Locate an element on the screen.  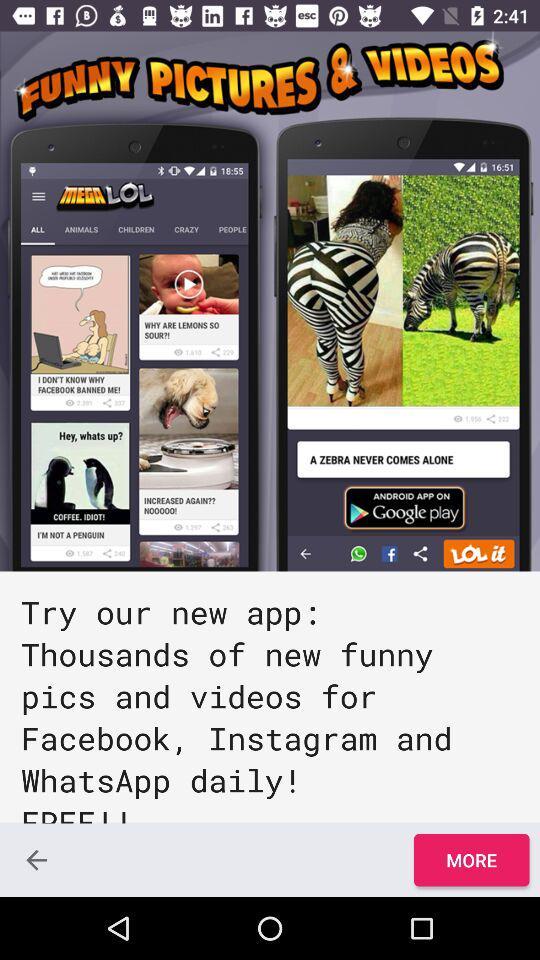
item below the try our new is located at coordinates (36, 859).